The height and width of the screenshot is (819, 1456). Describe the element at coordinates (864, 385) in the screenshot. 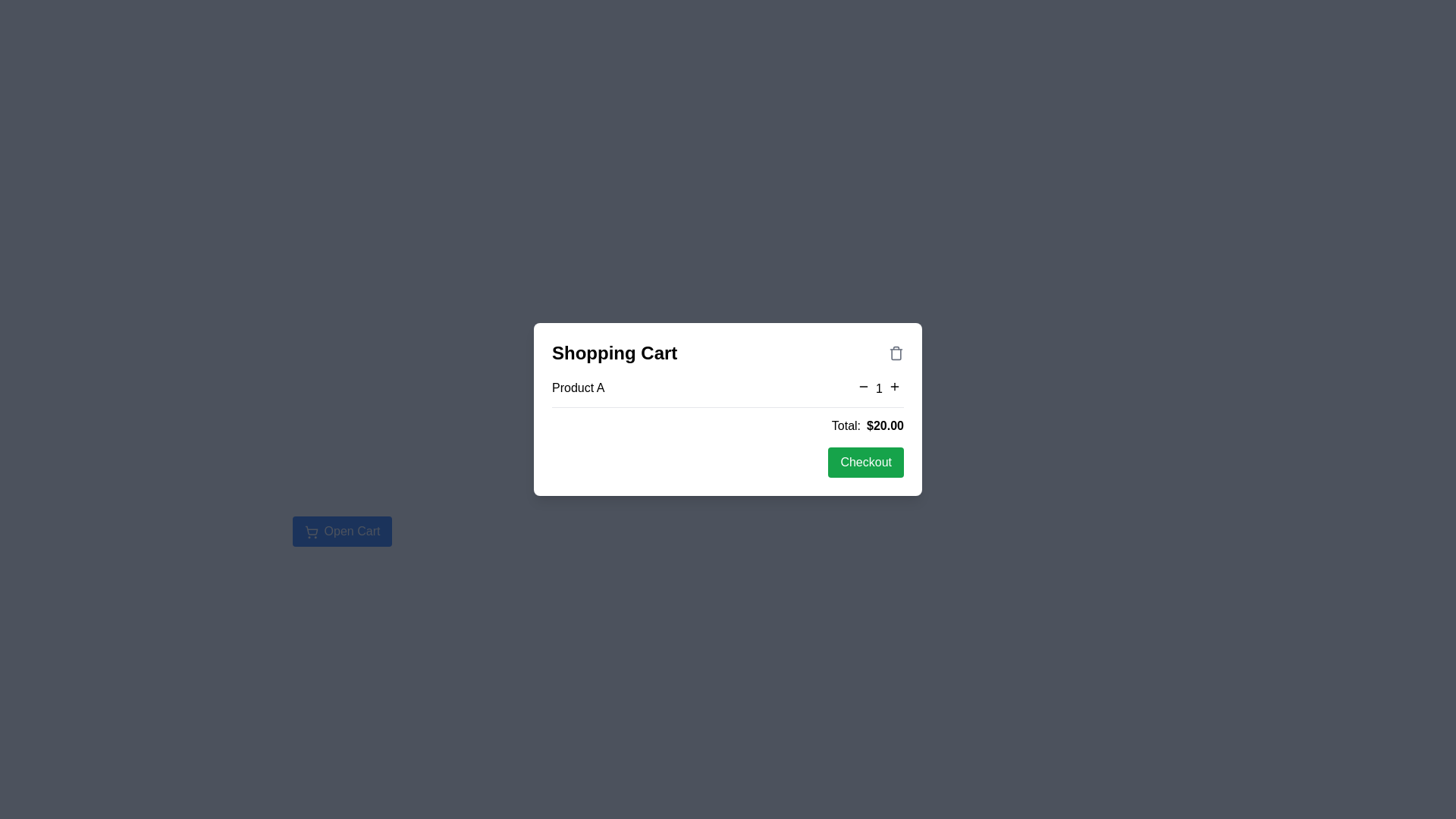

I see `the minus icon, which is the leftmost button in a horizontal numeric control interface, to decrease the item quantity` at that location.